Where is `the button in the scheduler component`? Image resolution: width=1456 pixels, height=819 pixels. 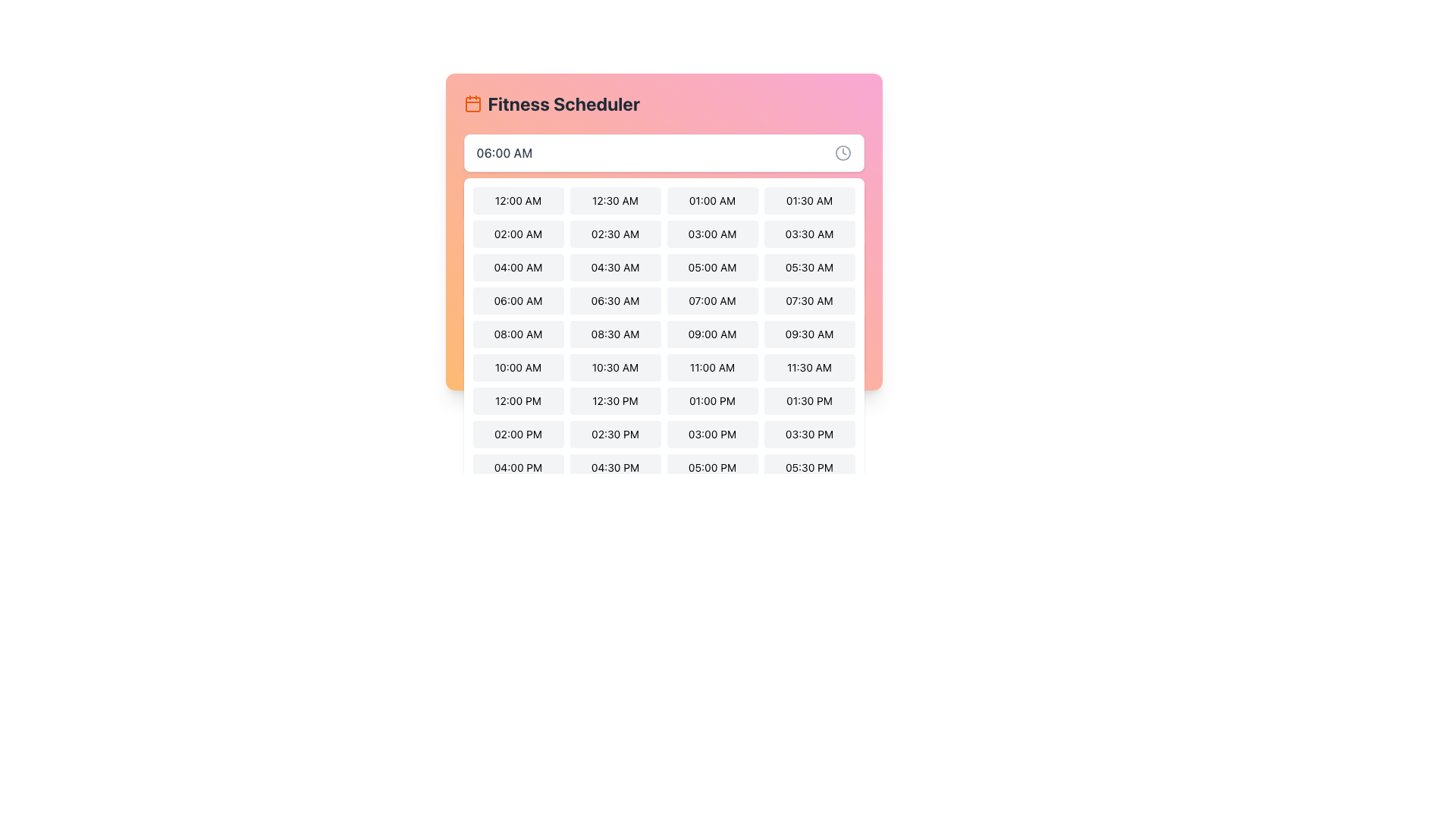
the button in the scheduler component is located at coordinates (615, 200).